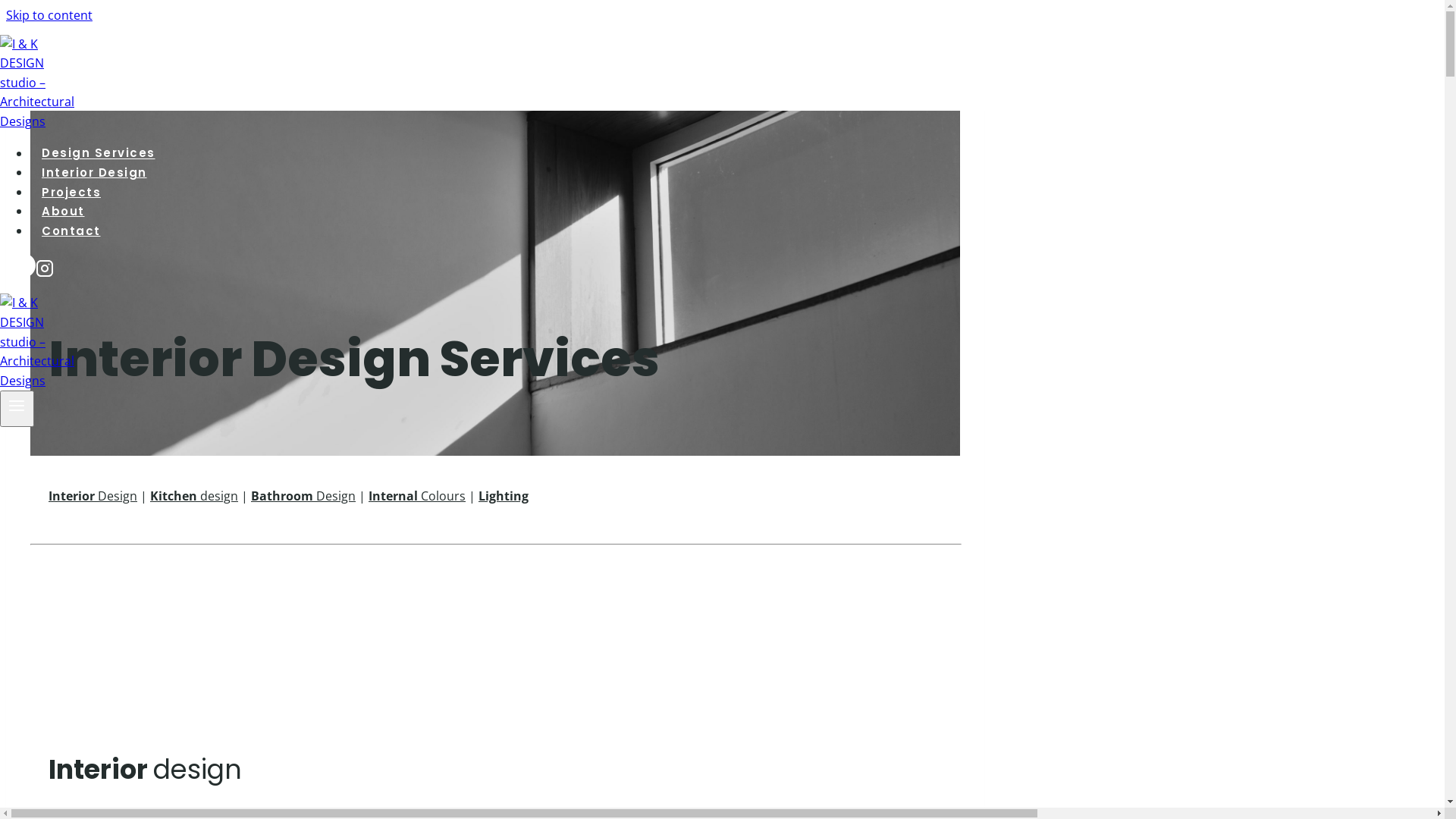 The height and width of the screenshot is (819, 1456). What do you see at coordinates (17, 407) in the screenshot?
I see `'Toggle Menu'` at bounding box center [17, 407].